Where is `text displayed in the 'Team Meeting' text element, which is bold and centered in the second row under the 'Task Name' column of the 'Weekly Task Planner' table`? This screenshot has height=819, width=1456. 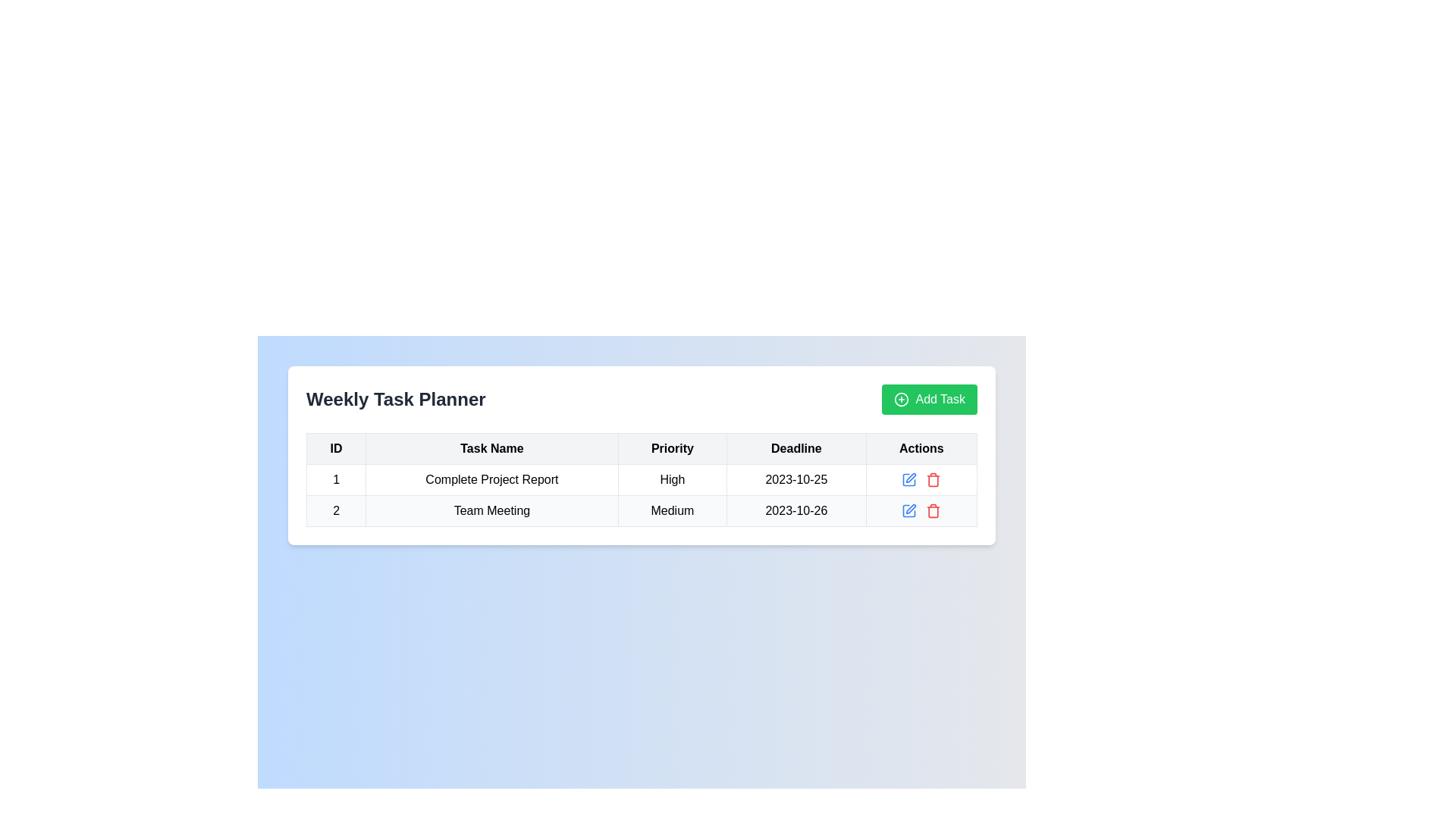
text displayed in the 'Team Meeting' text element, which is bold and centered in the second row under the 'Task Name' column of the 'Weekly Task Planner' table is located at coordinates (491, 511).